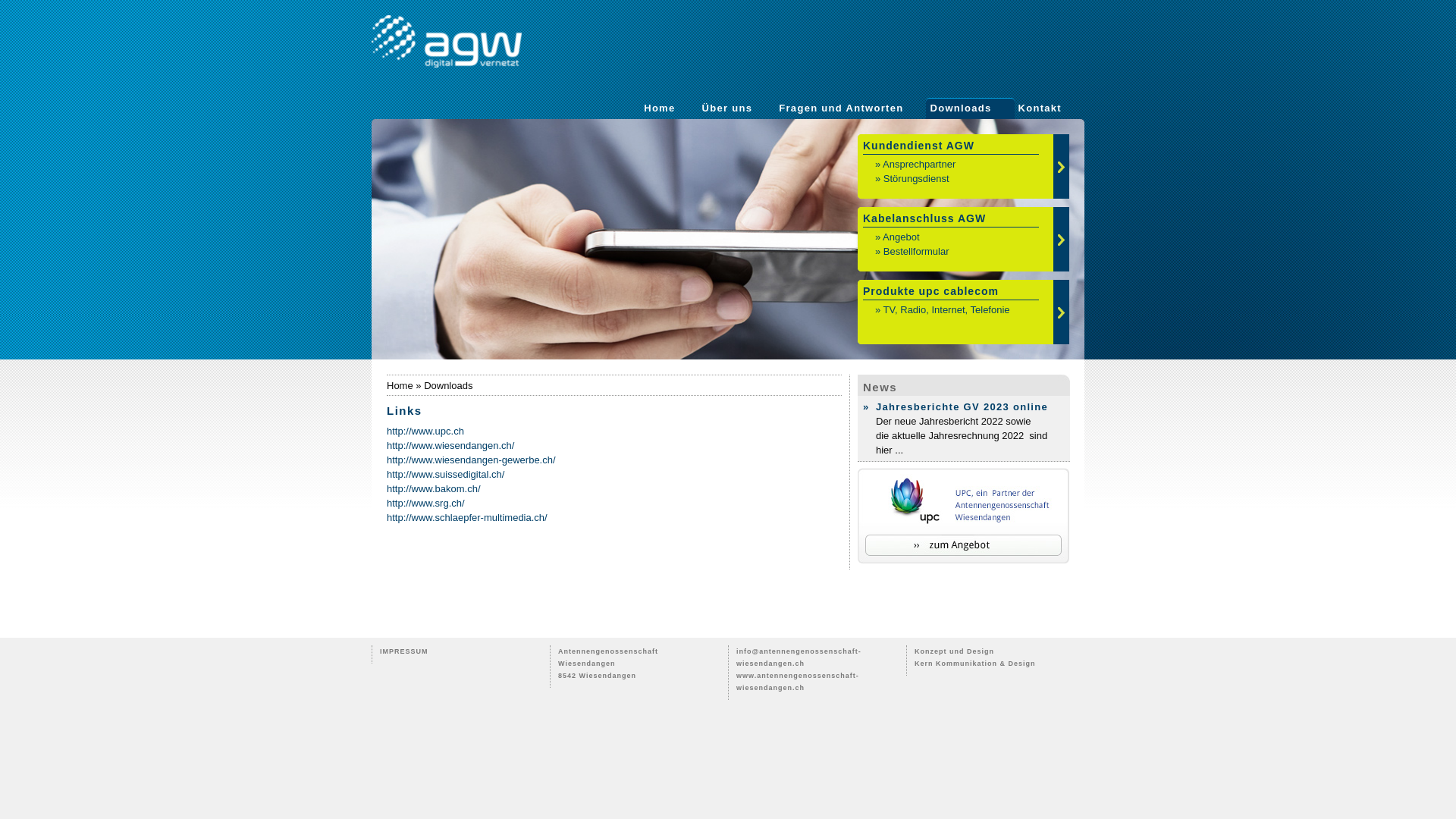 Image resolution: width=1456 pixels, height=819 pixels. I want to click on 'Kontakt', so click(1039, 107).